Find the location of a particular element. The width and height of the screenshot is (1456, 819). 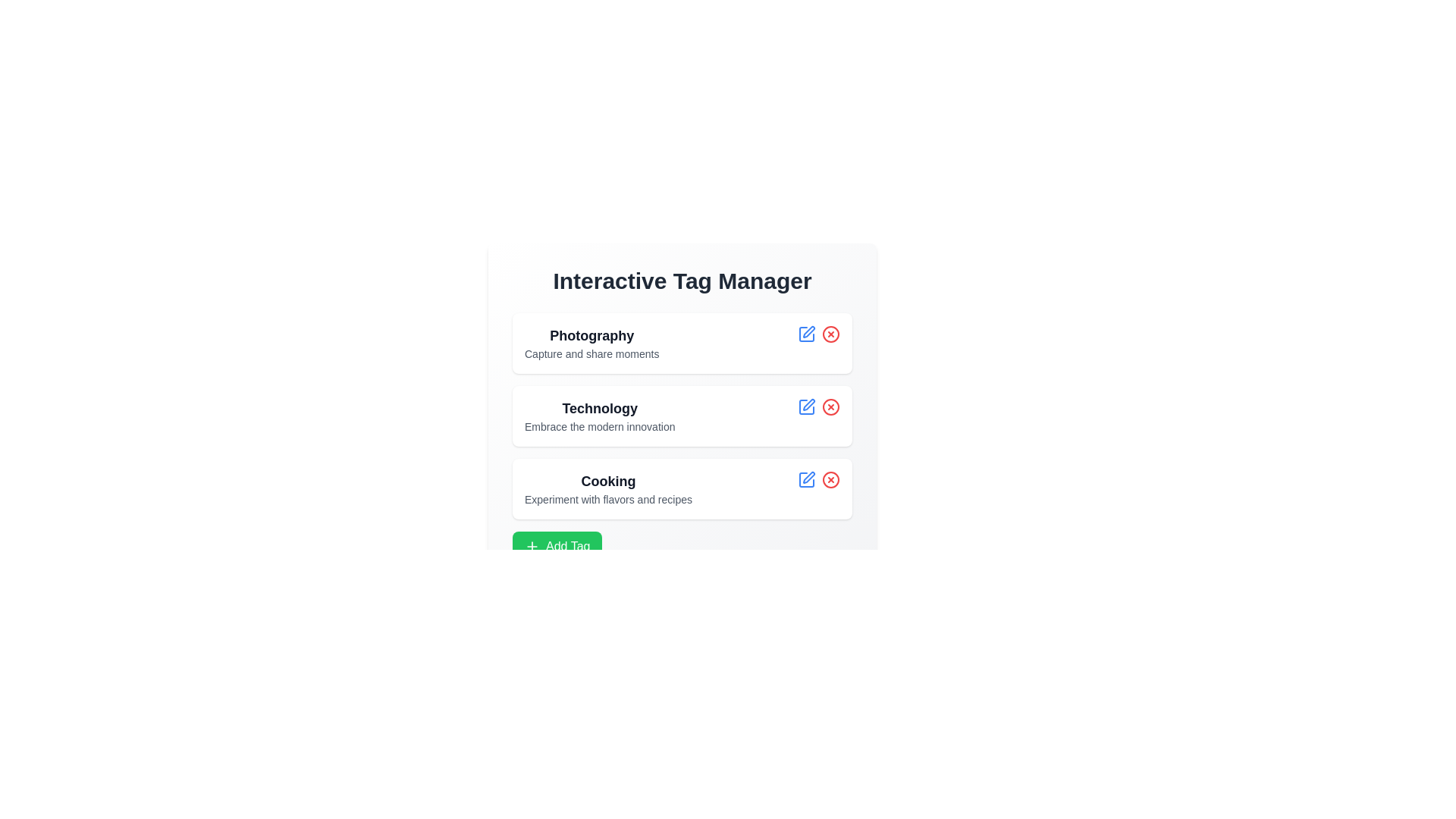

the descriptive subtitle text label that provides additional information about the 'Technology' section, which is positioned directly underneath the bold 'Technology' text is located at coordinates (599, 427).